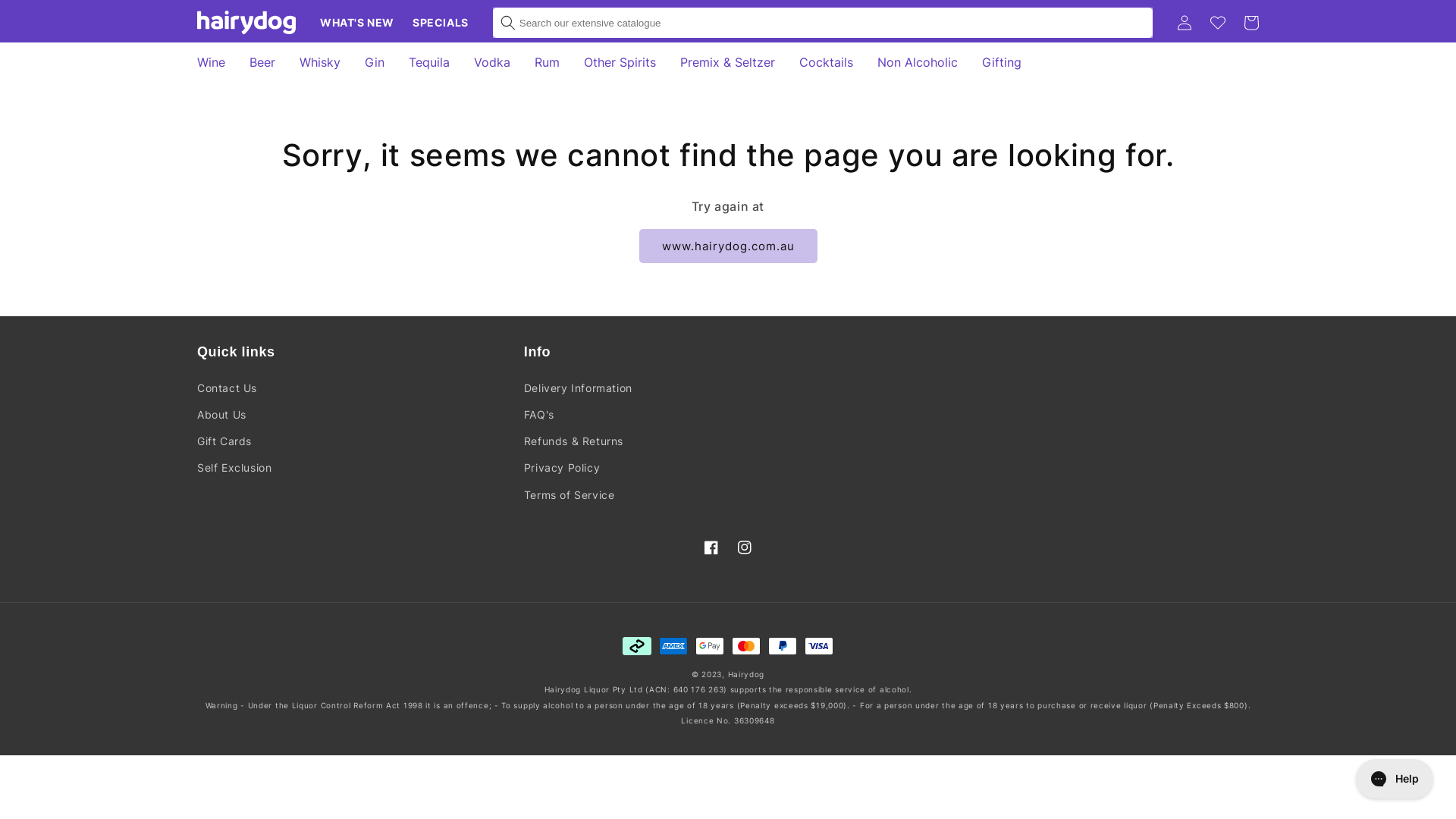  Describe the element at coordinates (524, 466) in the screenshot. I see `'Privacy Policy'` at that location.